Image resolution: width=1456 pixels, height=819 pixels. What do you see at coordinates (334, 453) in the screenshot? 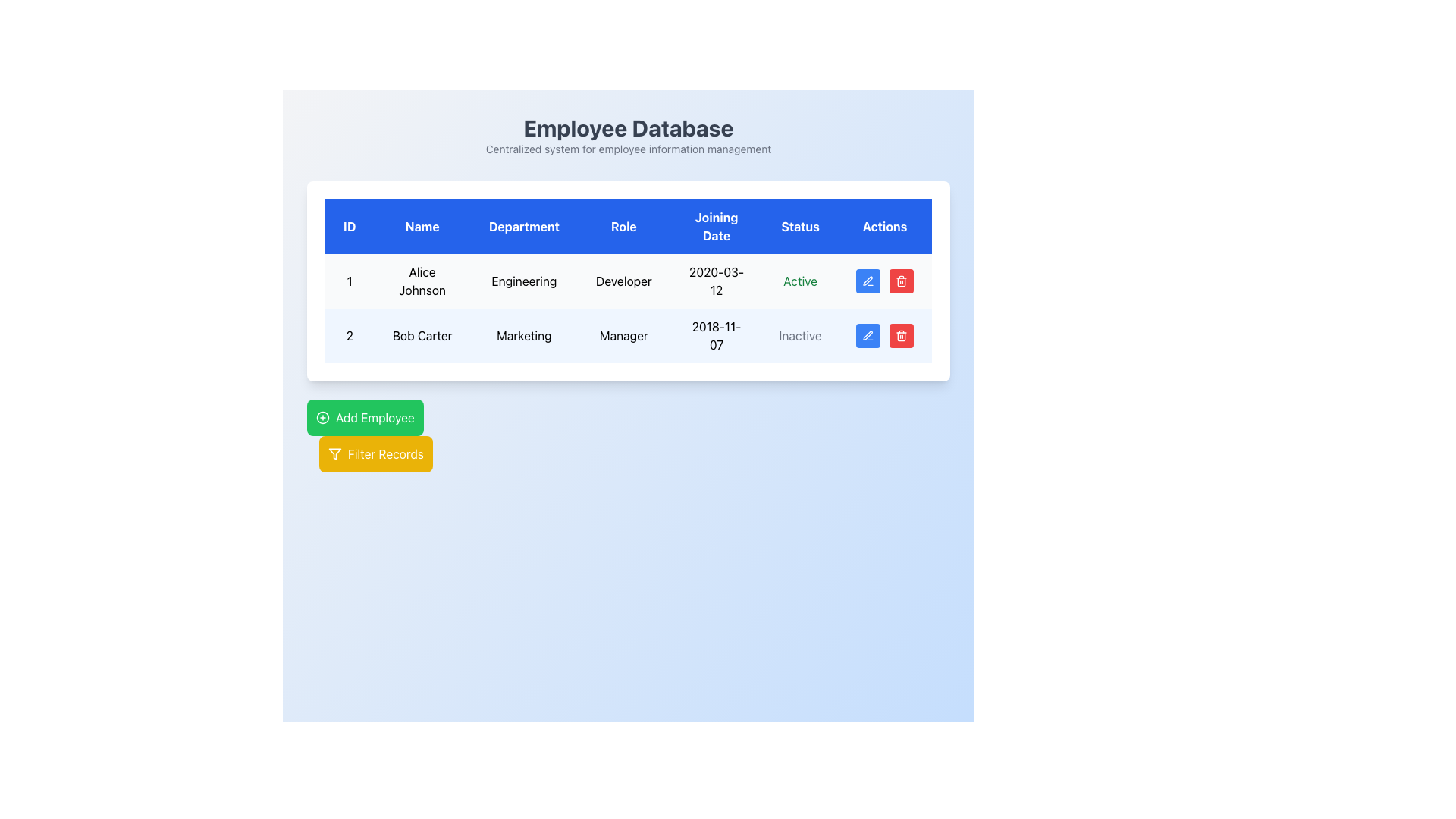
I see `the yellow funnel-shaped icon located to the left of the 'Filter Records' text within the button labeled 'Filter Records'` at bounding box center [334, 453].